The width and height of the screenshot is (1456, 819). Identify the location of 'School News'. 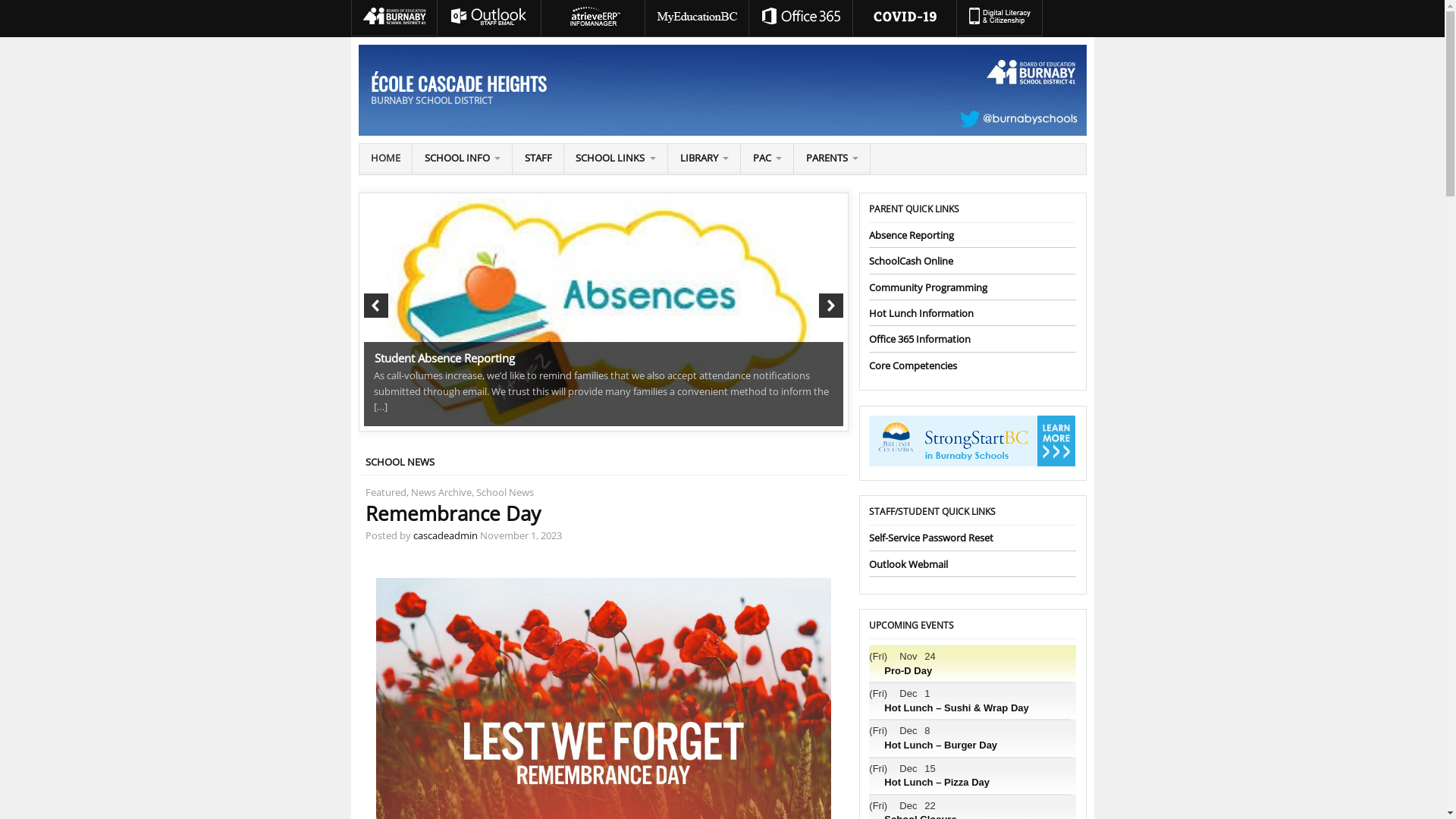
(505, 491).